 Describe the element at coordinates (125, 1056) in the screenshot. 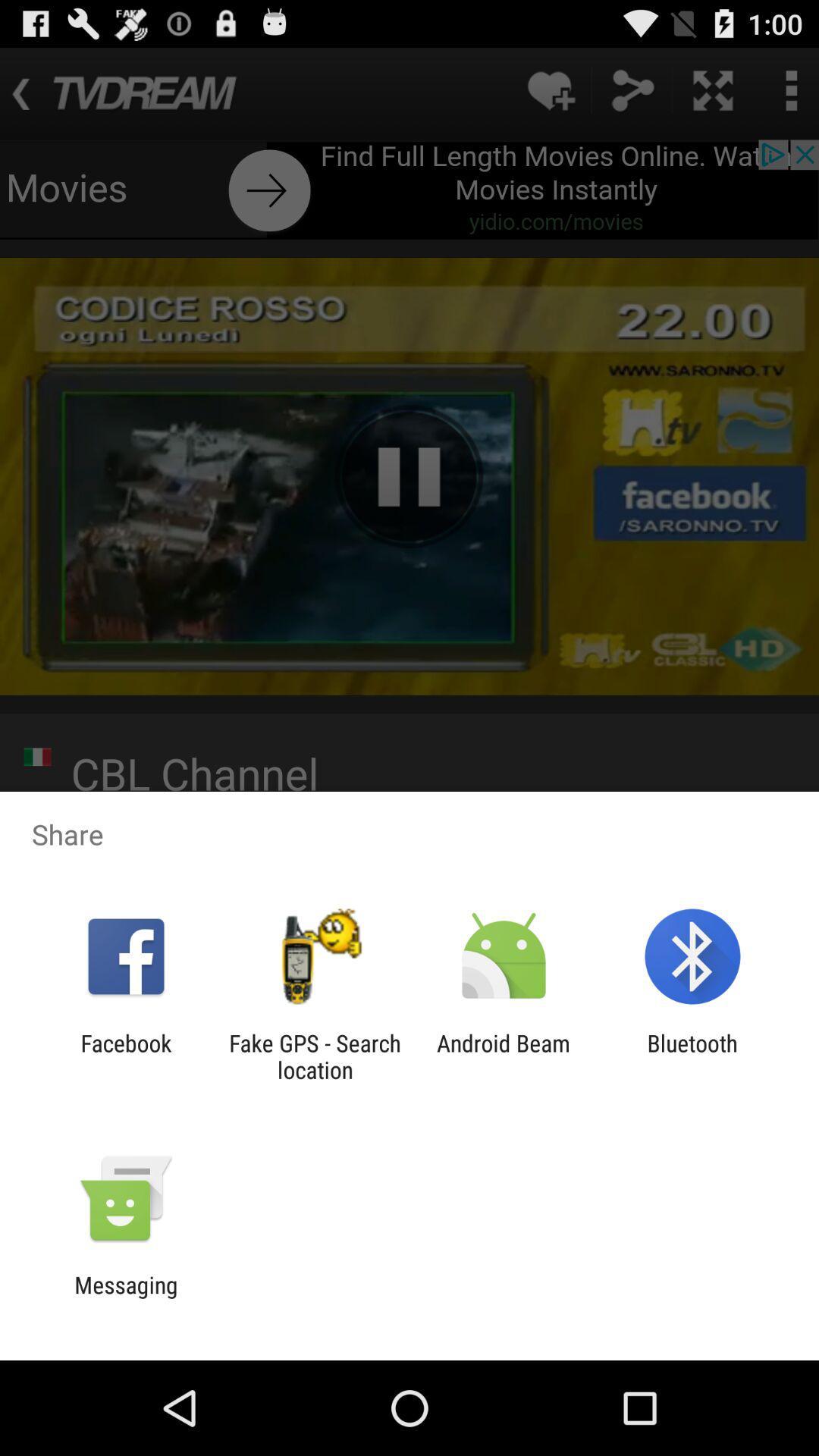

I see `facebook` at that location.